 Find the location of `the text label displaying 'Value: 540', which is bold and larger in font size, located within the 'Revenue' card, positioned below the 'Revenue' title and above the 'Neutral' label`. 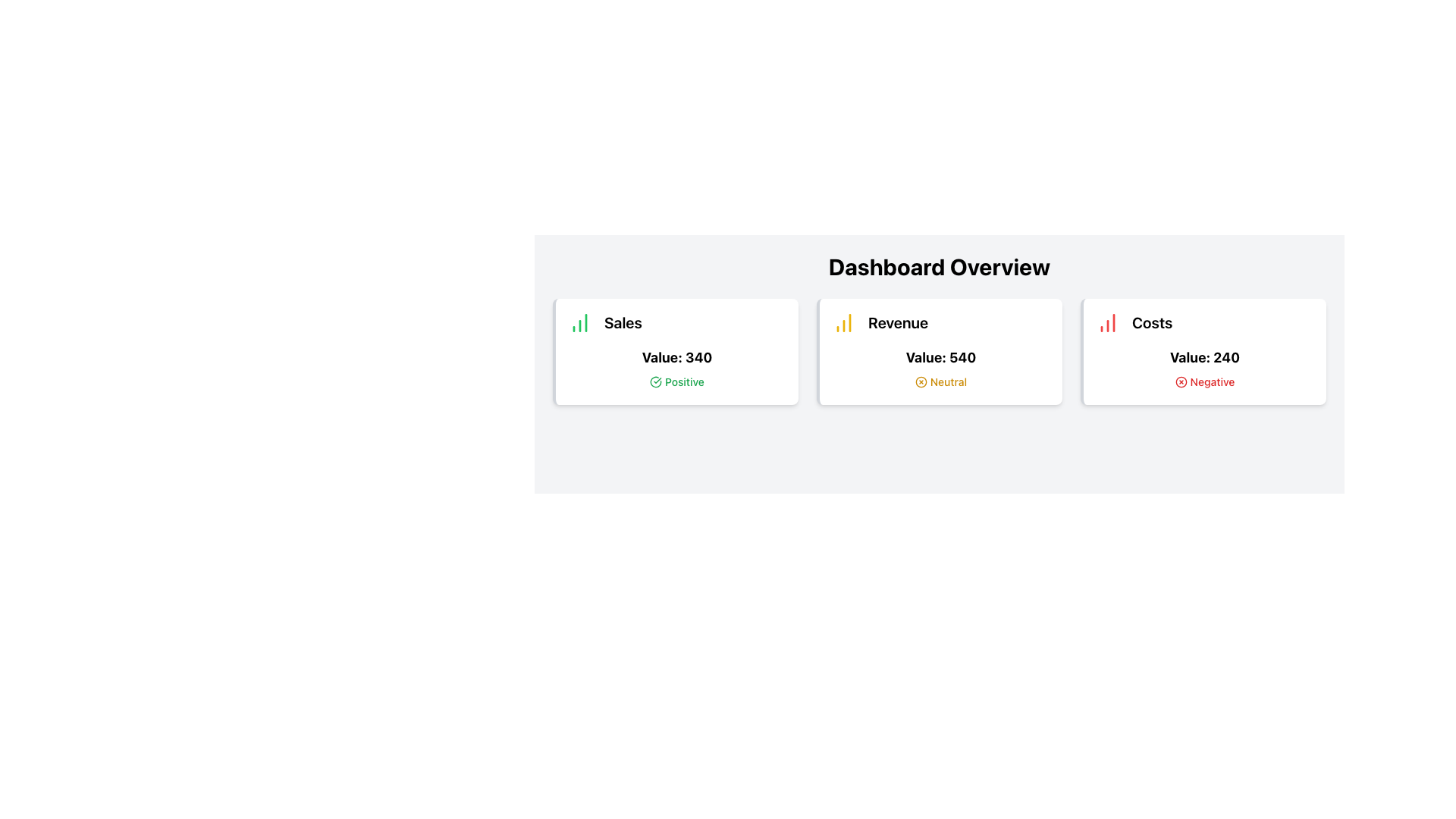

the text label displaying 'Value: 540', which is bold and larger in font size, located within the 'Revenue' card, positioned below the 'Revenue' title and above the 'Neutral' label is located at coordinates (940, 357).